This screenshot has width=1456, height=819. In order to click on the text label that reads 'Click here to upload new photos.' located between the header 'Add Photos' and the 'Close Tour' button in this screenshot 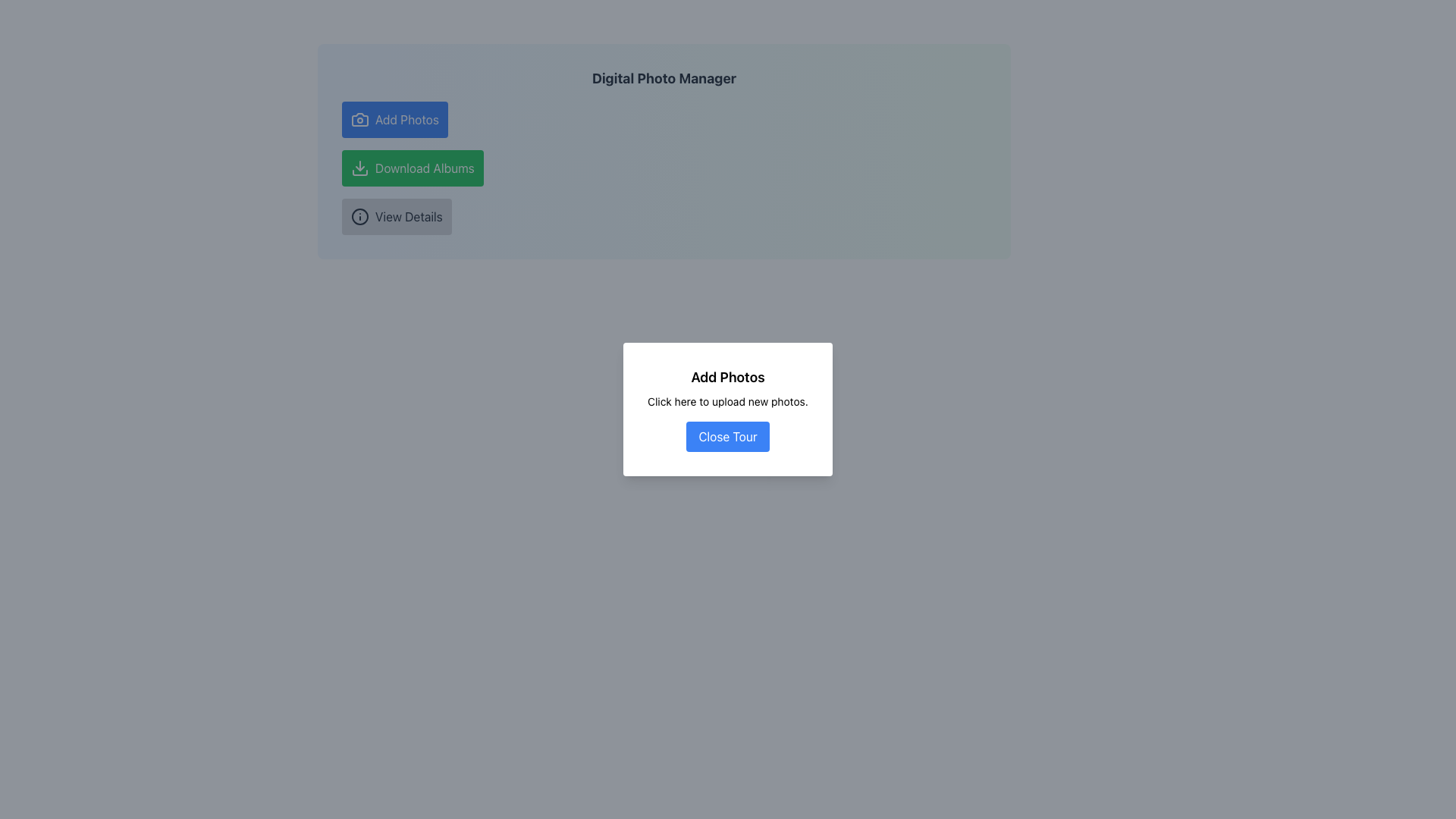, I will do `click(728, 400)`.